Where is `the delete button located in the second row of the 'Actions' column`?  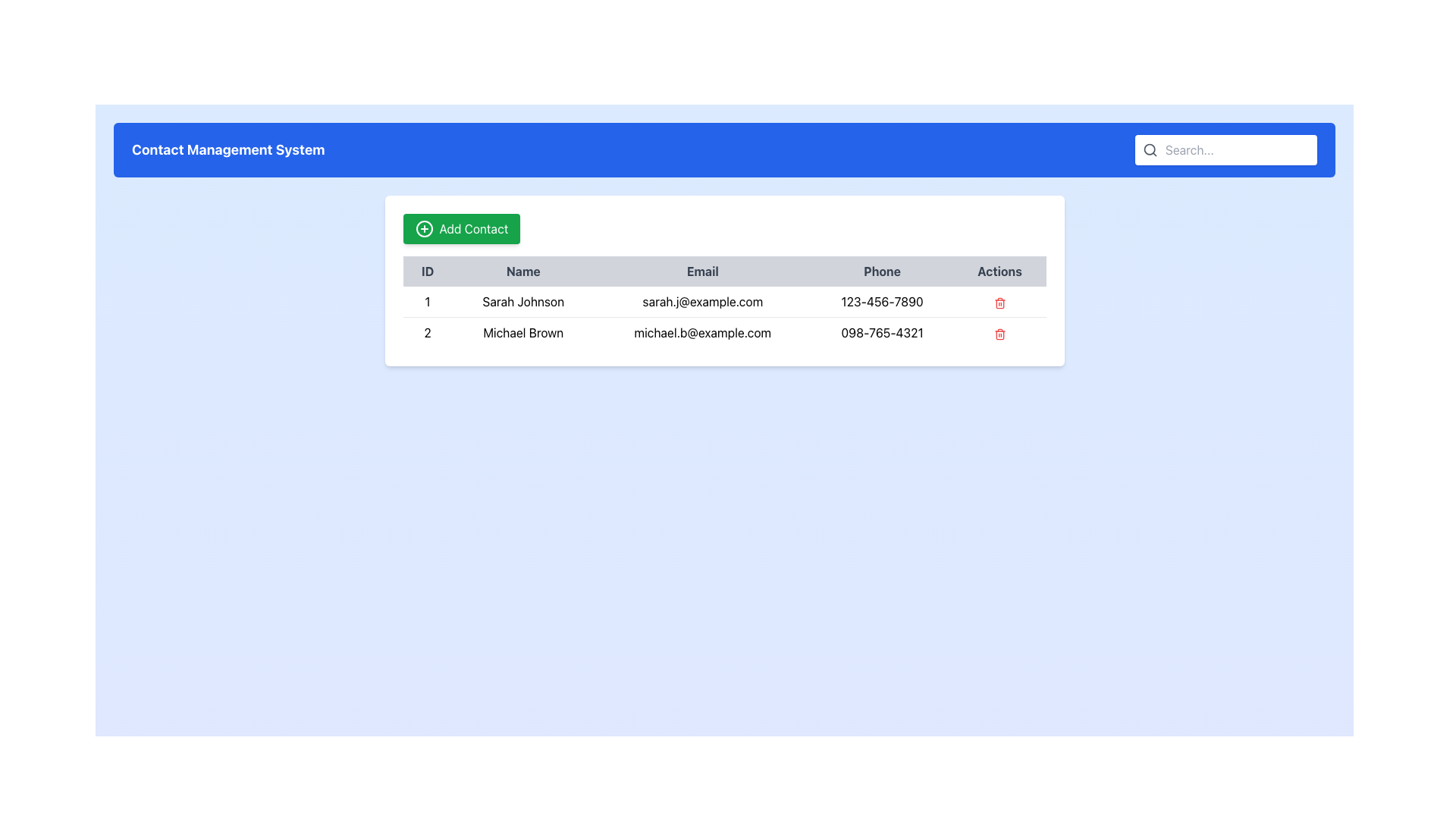
the delete button located in the second row of the 'Actions' column is located at coordinates (999, 332).